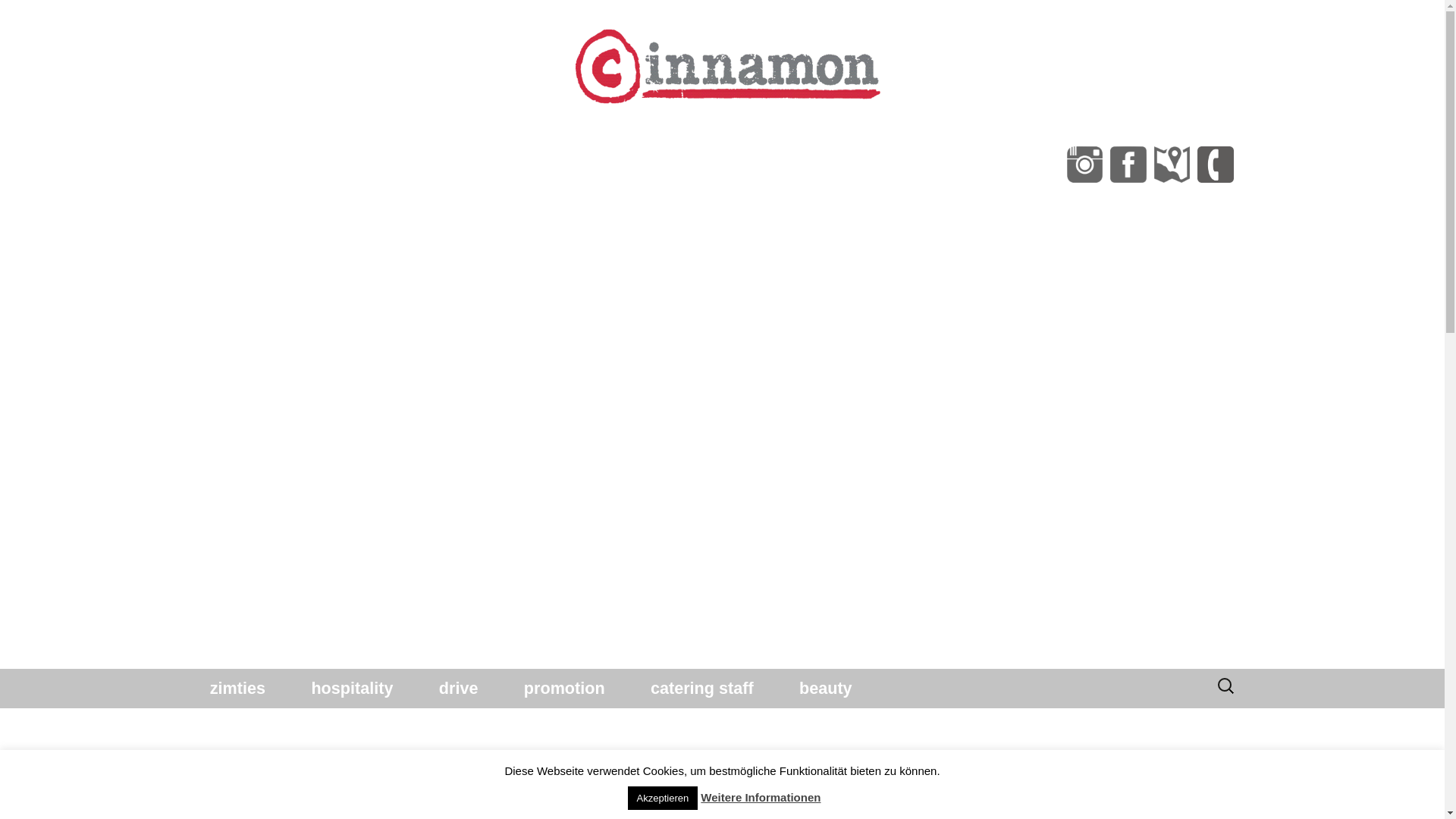  I want to click on 'Springe zum Inhalt', so click(189, 668).